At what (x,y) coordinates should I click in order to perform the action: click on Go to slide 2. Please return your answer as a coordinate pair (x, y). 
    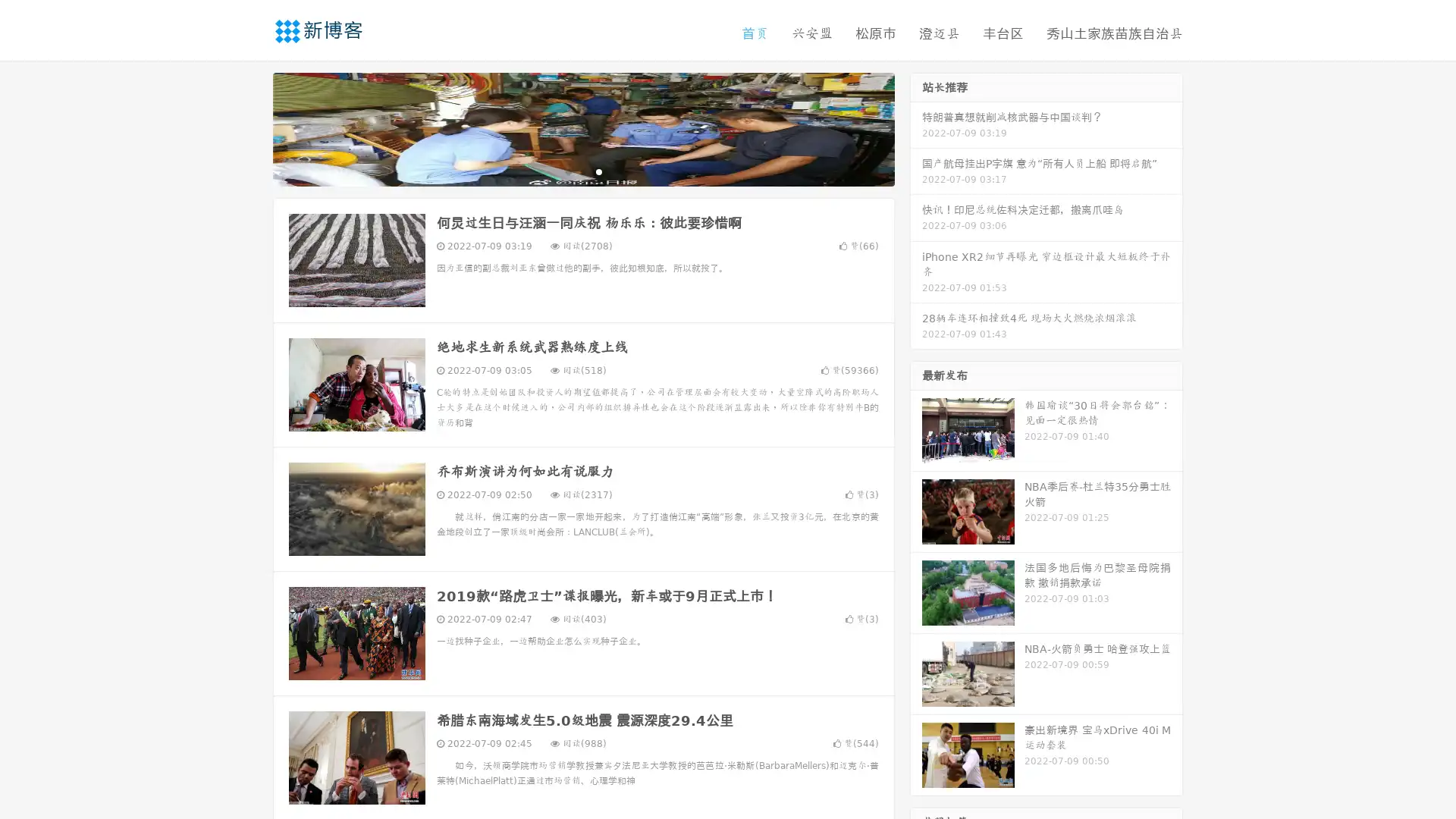
    Looking at the image, I should click on (582, 171).